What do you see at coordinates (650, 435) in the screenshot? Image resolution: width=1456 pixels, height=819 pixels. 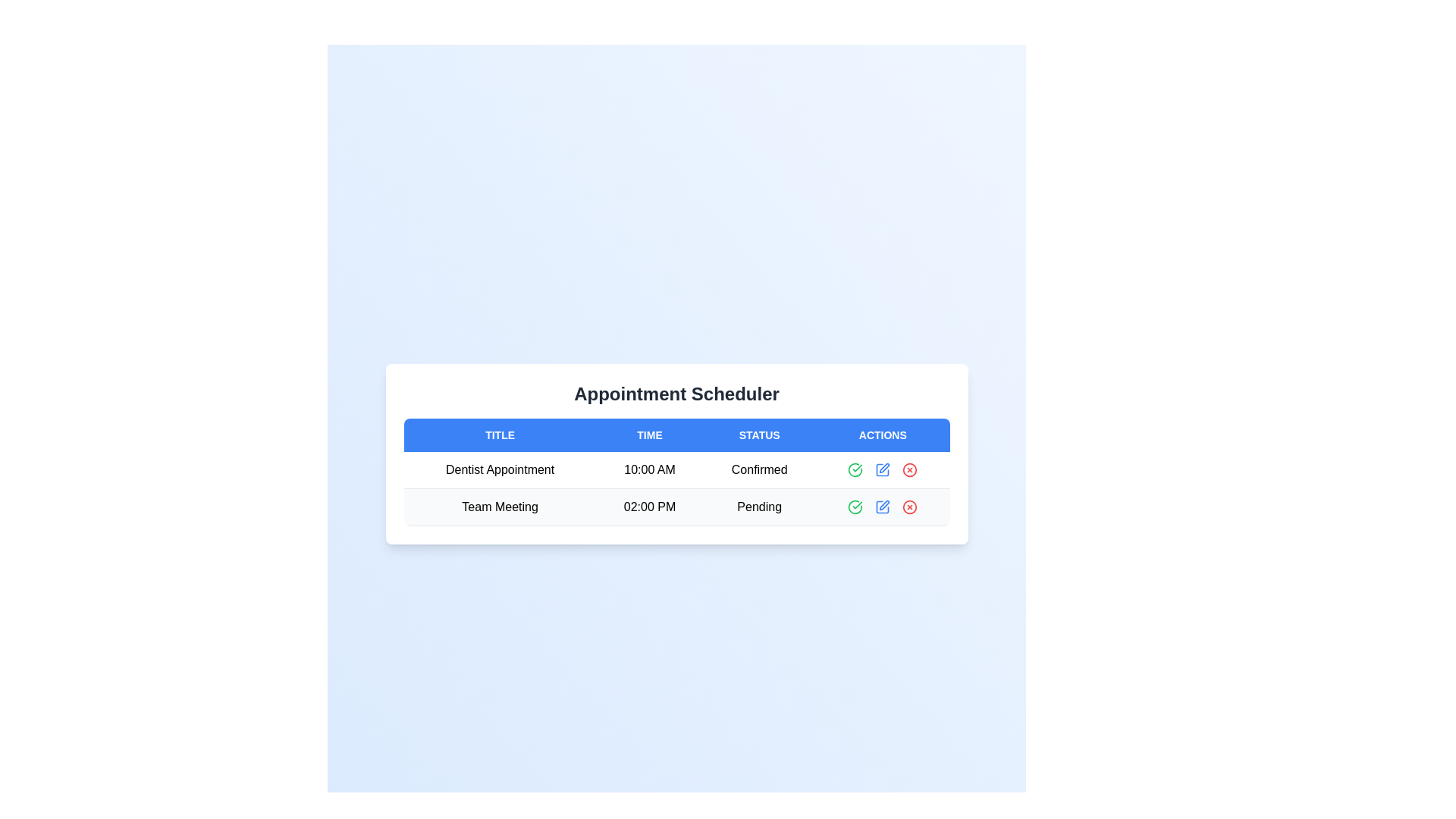 I see `the 'Time' column header, which is the second column in a four-column layout, located between the 'TITLE' and 'STATUS' columns` at bounding box center [650, 435].